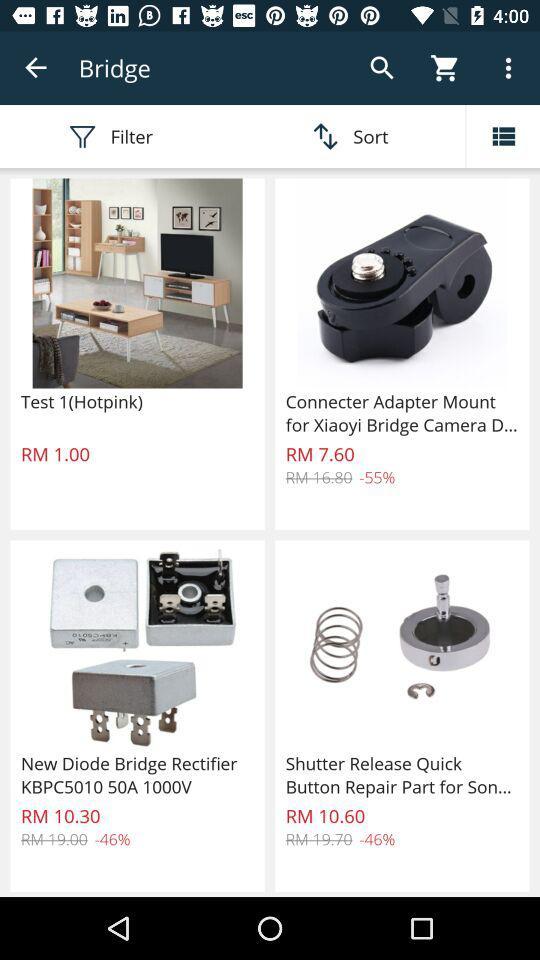 This screenshot has width=540, height=960. I want to click on the list icon, so click(502, 135).